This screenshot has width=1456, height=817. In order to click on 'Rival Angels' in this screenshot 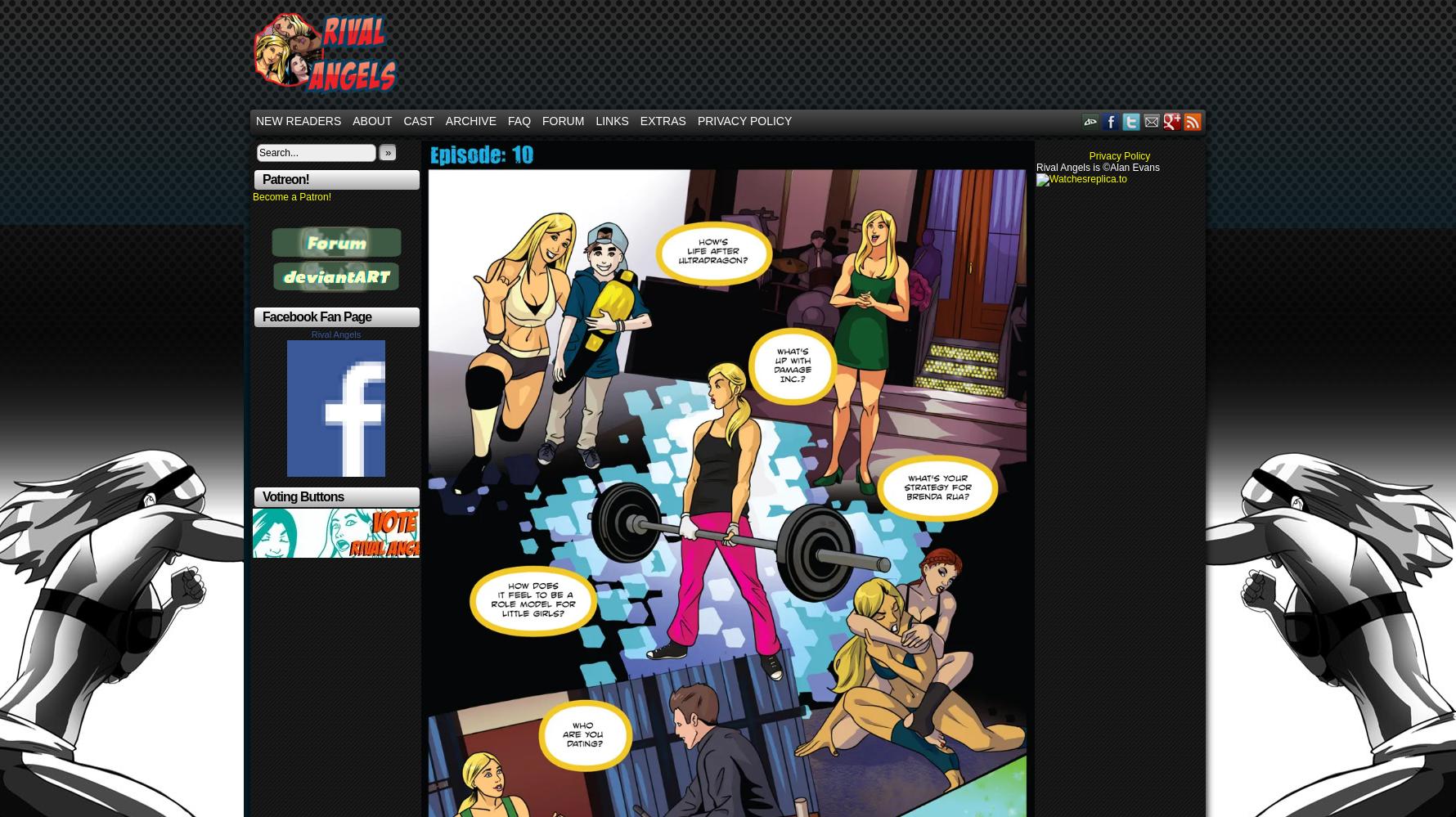, I will do `click(335, 333)`.